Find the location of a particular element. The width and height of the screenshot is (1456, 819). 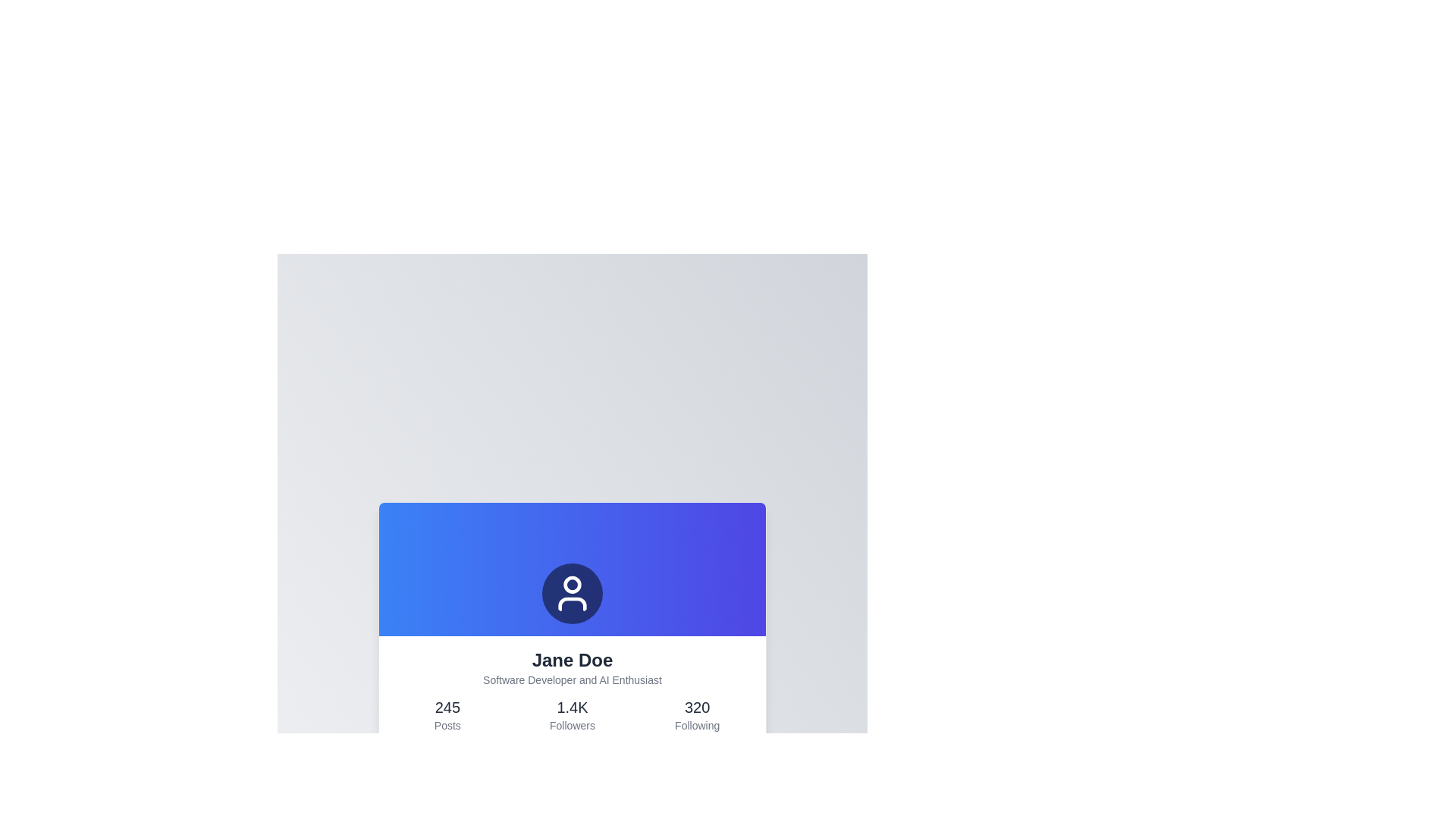

the Text and label combination that displays the number '245' and the label 'Posts', which is located in the leftmost column below the profile name and avatar section is located at coordinates (447, 714).